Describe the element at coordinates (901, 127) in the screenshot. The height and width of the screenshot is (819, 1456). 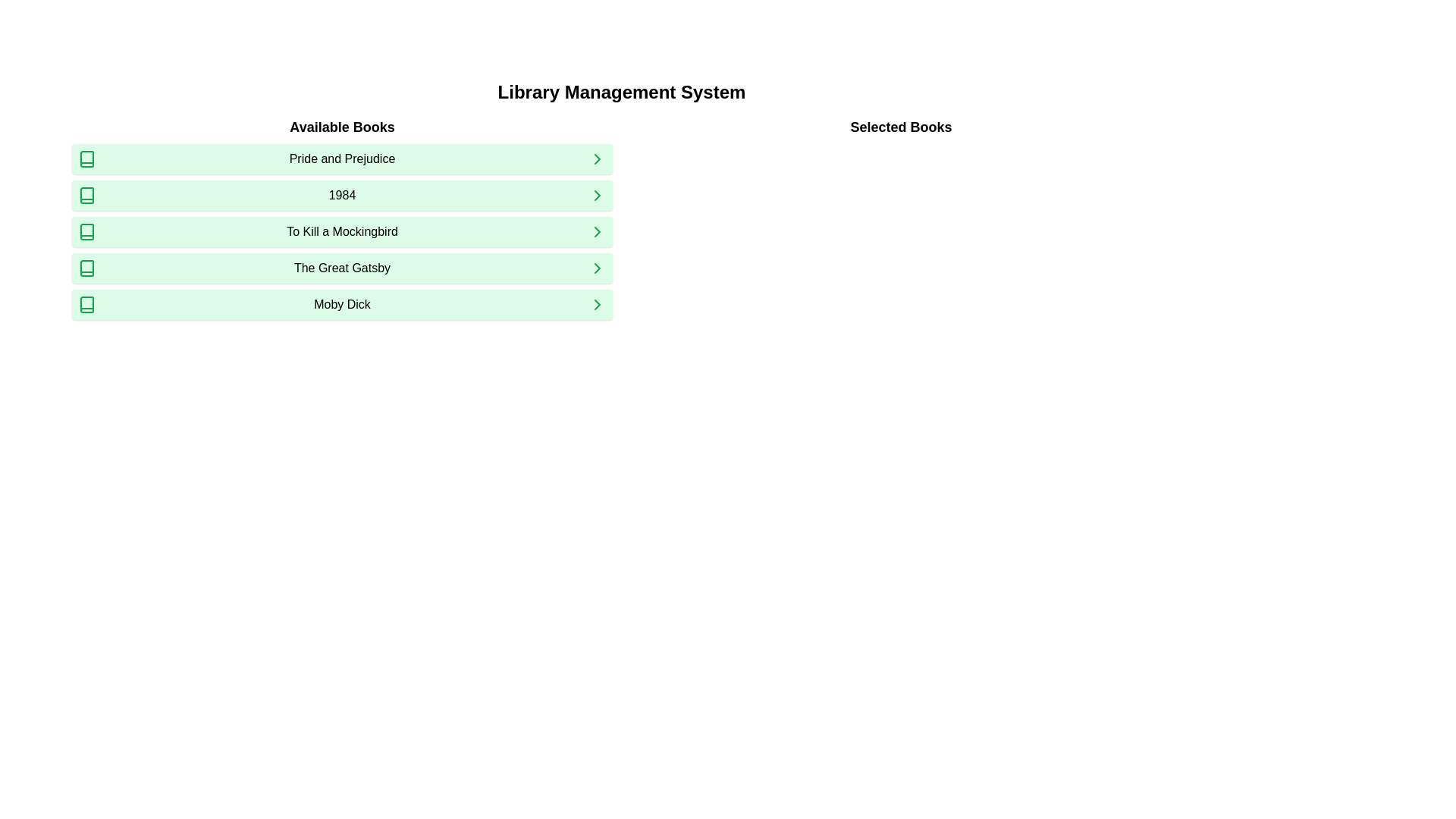
I see `the text label displaying 'Selected Books' in bold font, located in the top-right section of the interface beneath 'Library Management System'` at that location.